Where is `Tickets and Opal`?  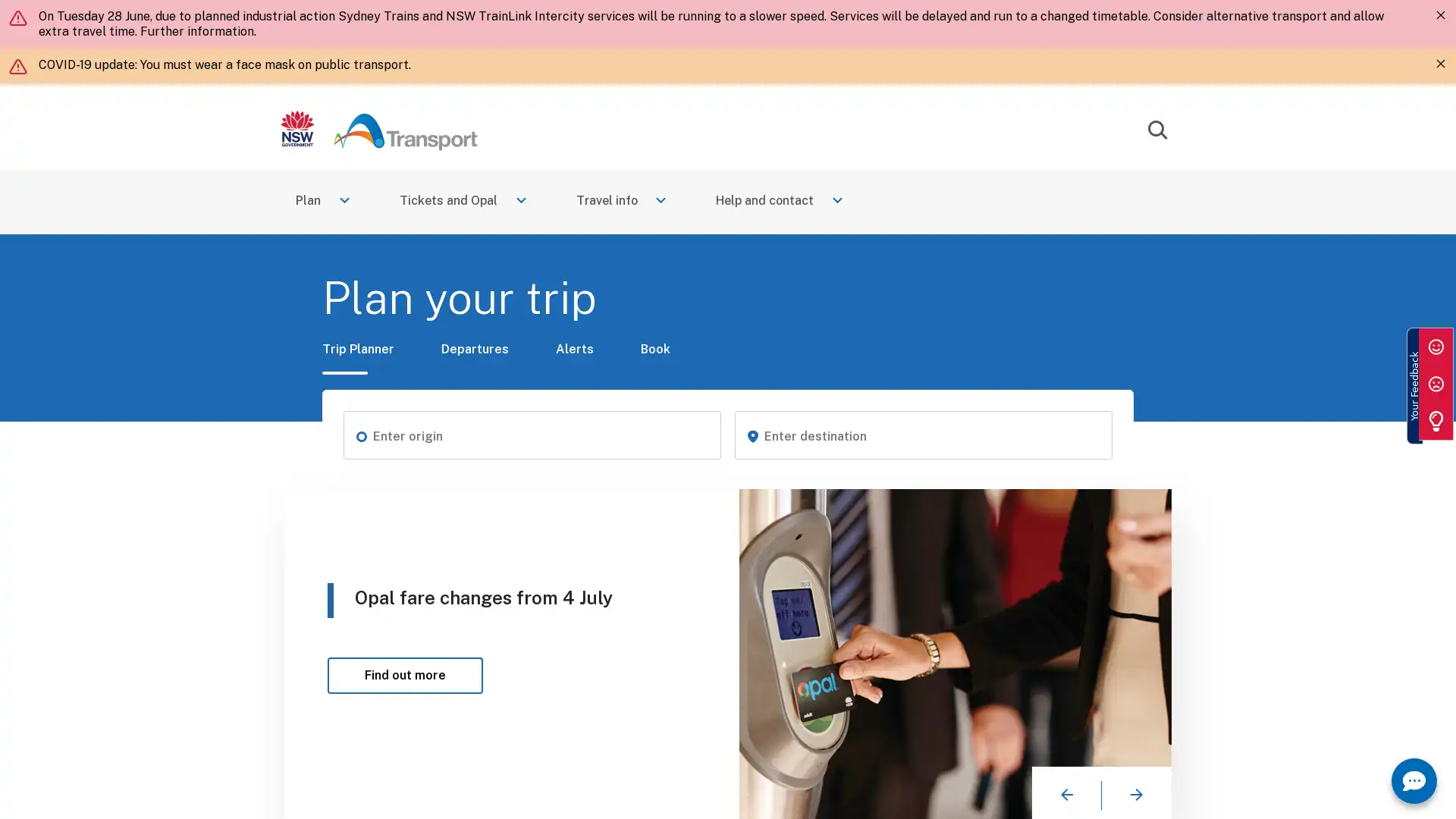
Tickets and Opal is located at coordinates (463, 201).